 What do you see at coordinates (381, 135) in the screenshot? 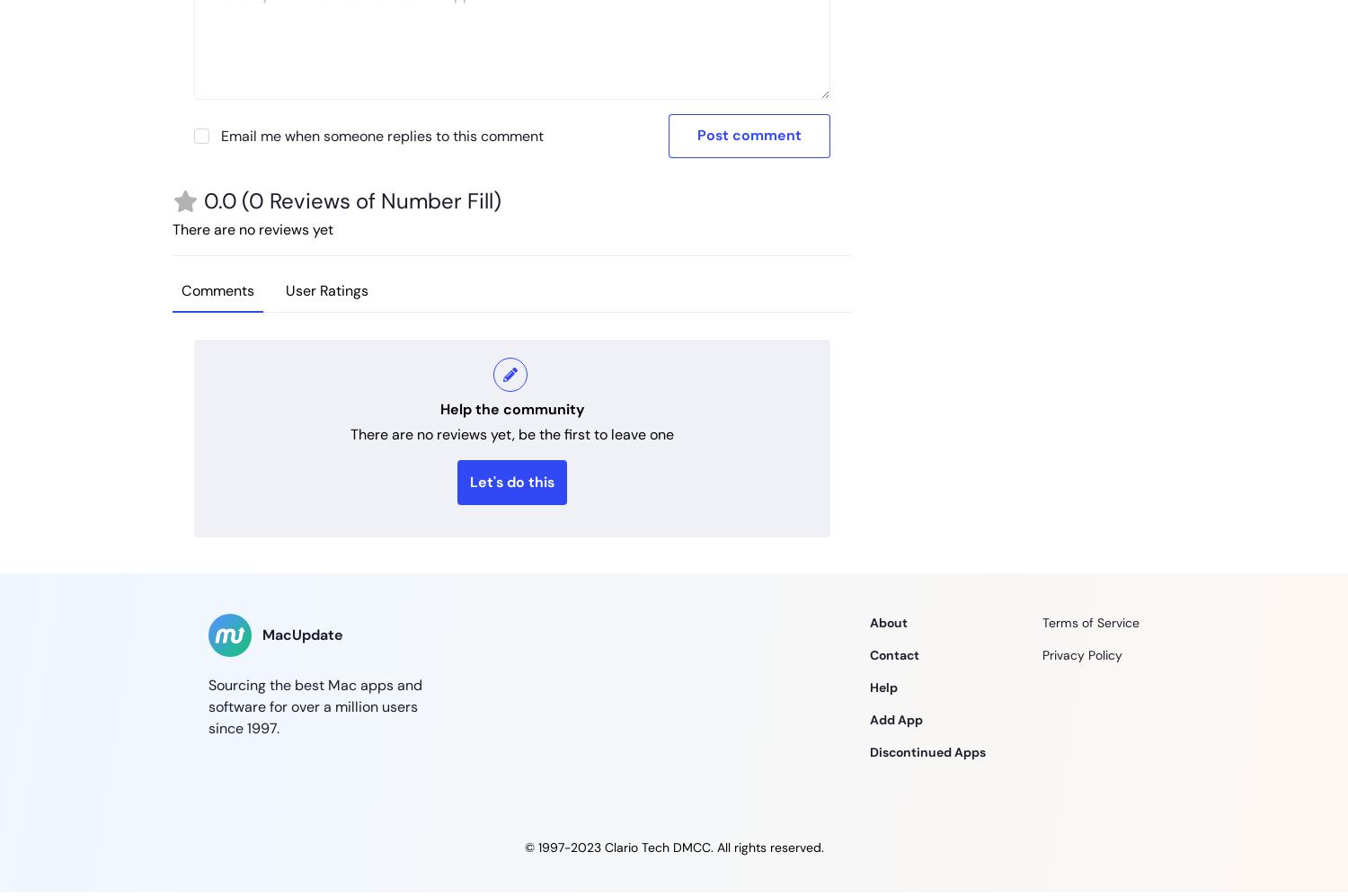
I see `'Email me when someone replies to this comment'` at bounding box center [381, 135].